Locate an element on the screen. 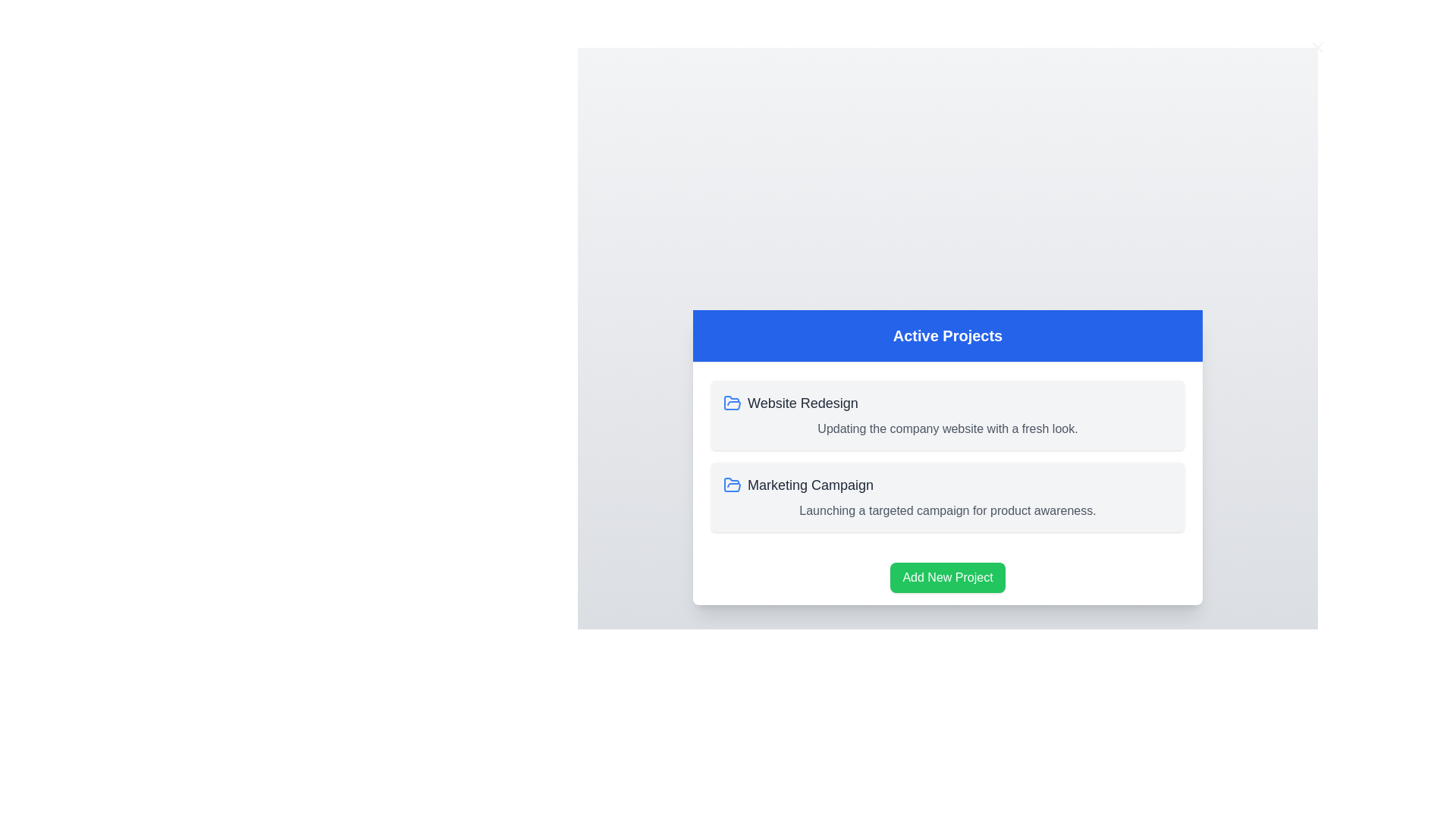 This screenshot has width=1456, height=819. the project icon for Website Redesign is located at coordinates (732, 402).